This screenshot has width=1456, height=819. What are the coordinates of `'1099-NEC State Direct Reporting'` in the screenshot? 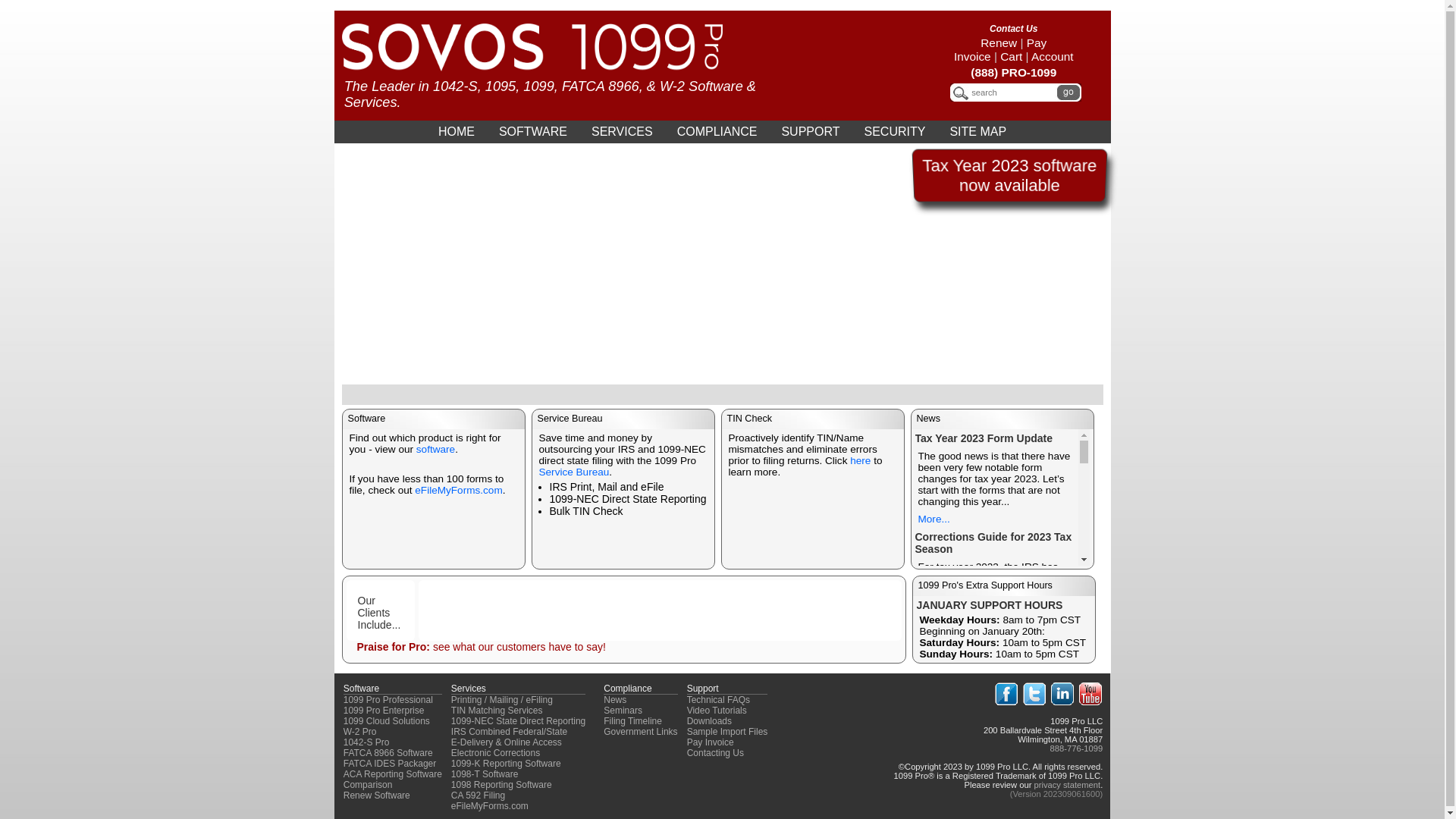 It's located at (518, 720).